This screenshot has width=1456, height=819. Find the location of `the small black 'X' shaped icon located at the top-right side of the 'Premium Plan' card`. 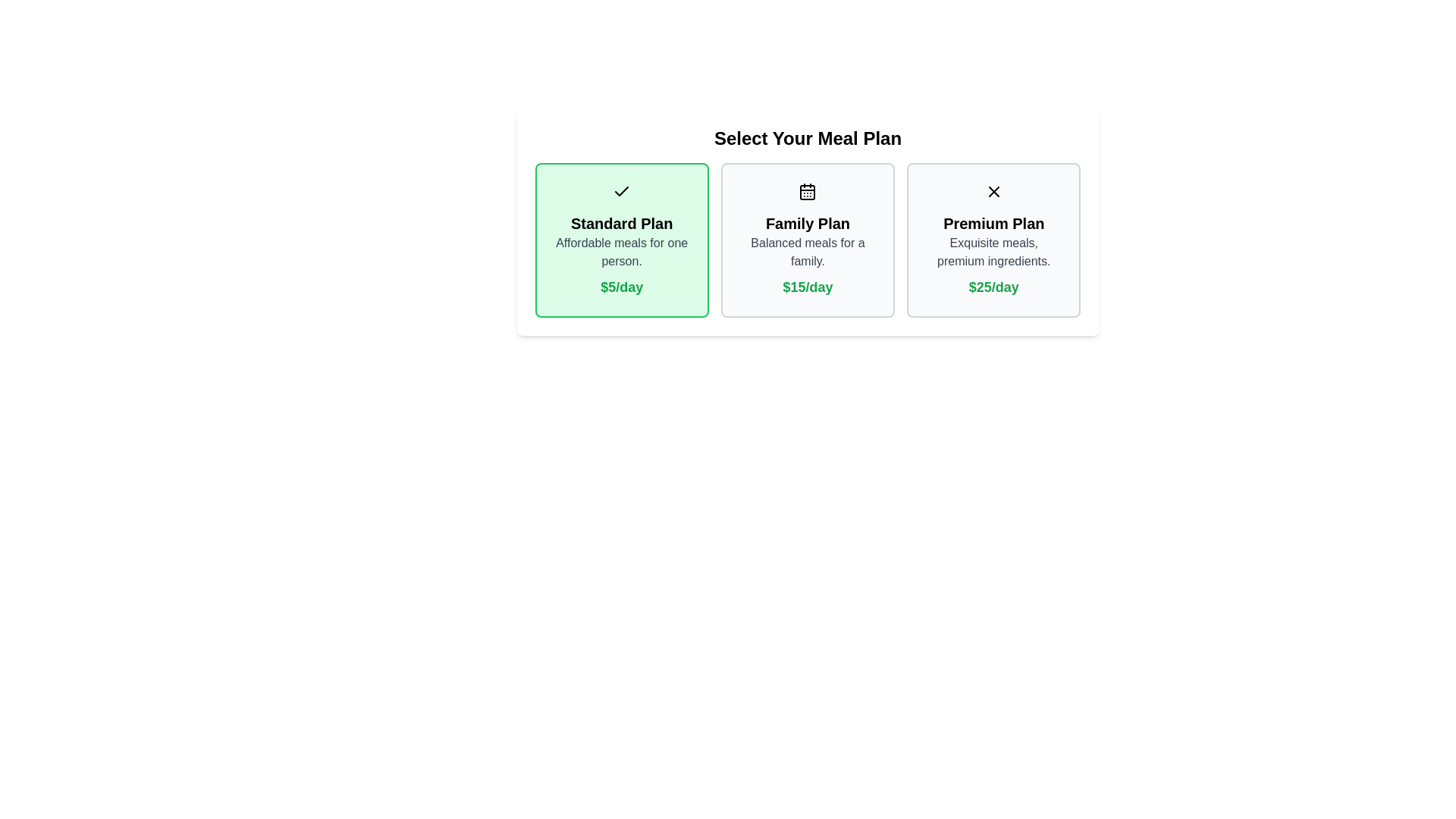

the small black 'X' shaped icon located at the top-right side of the 'Premium Plan' card is located at coordinates (993, 191).